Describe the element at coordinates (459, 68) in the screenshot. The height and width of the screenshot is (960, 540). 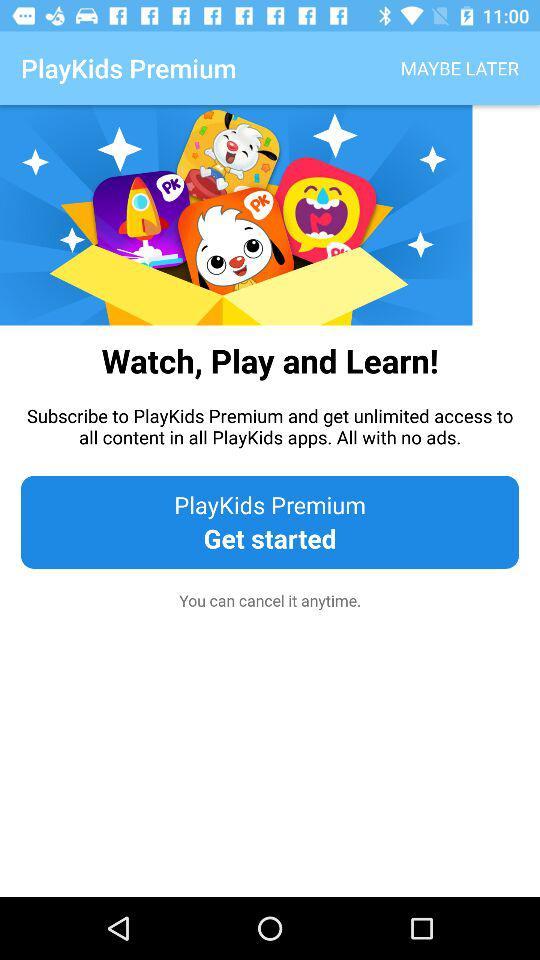
I see `maybe later` at that location.